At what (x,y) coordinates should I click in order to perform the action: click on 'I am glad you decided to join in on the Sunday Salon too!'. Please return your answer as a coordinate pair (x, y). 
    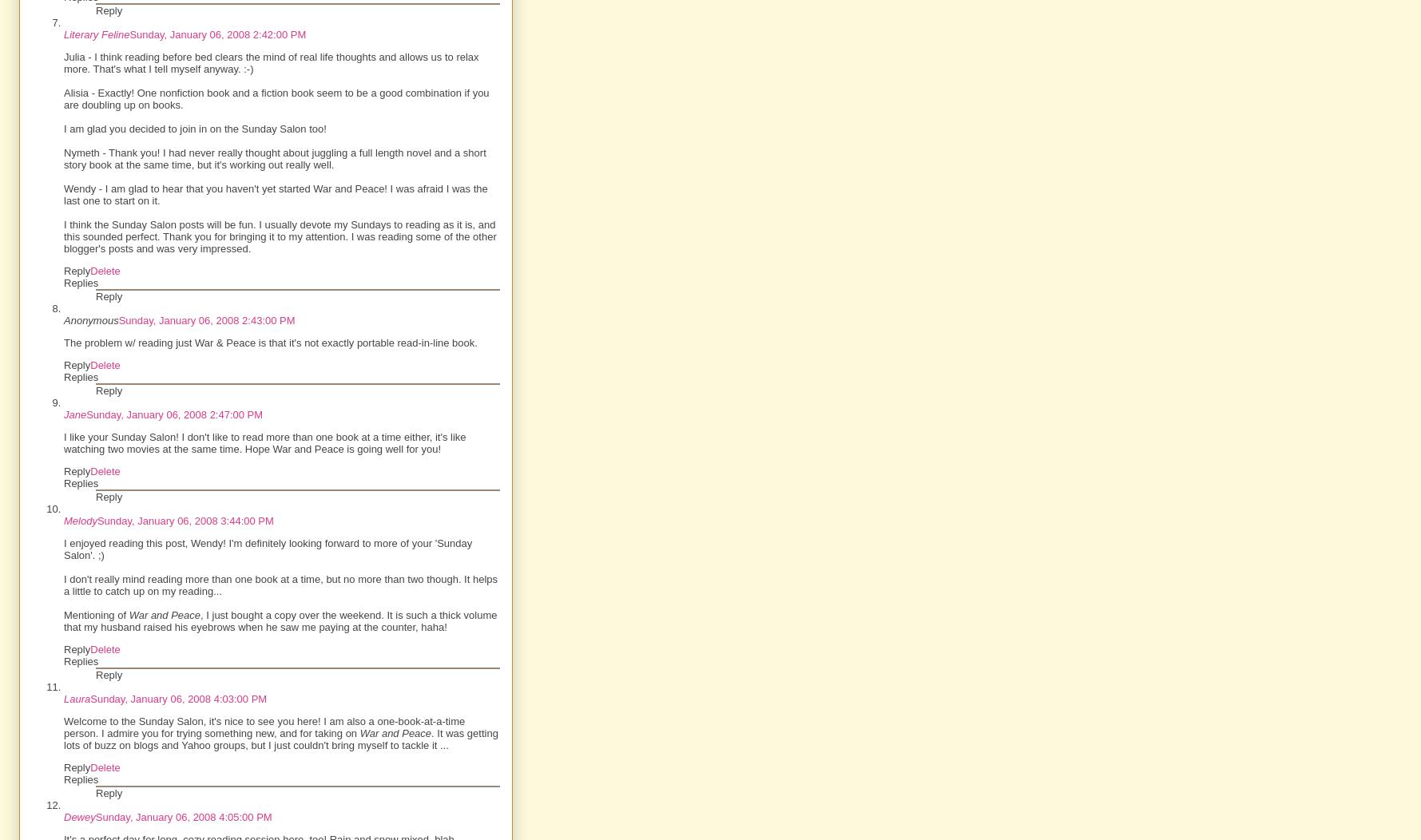
    Looking at the image, I should click on (194, 128).